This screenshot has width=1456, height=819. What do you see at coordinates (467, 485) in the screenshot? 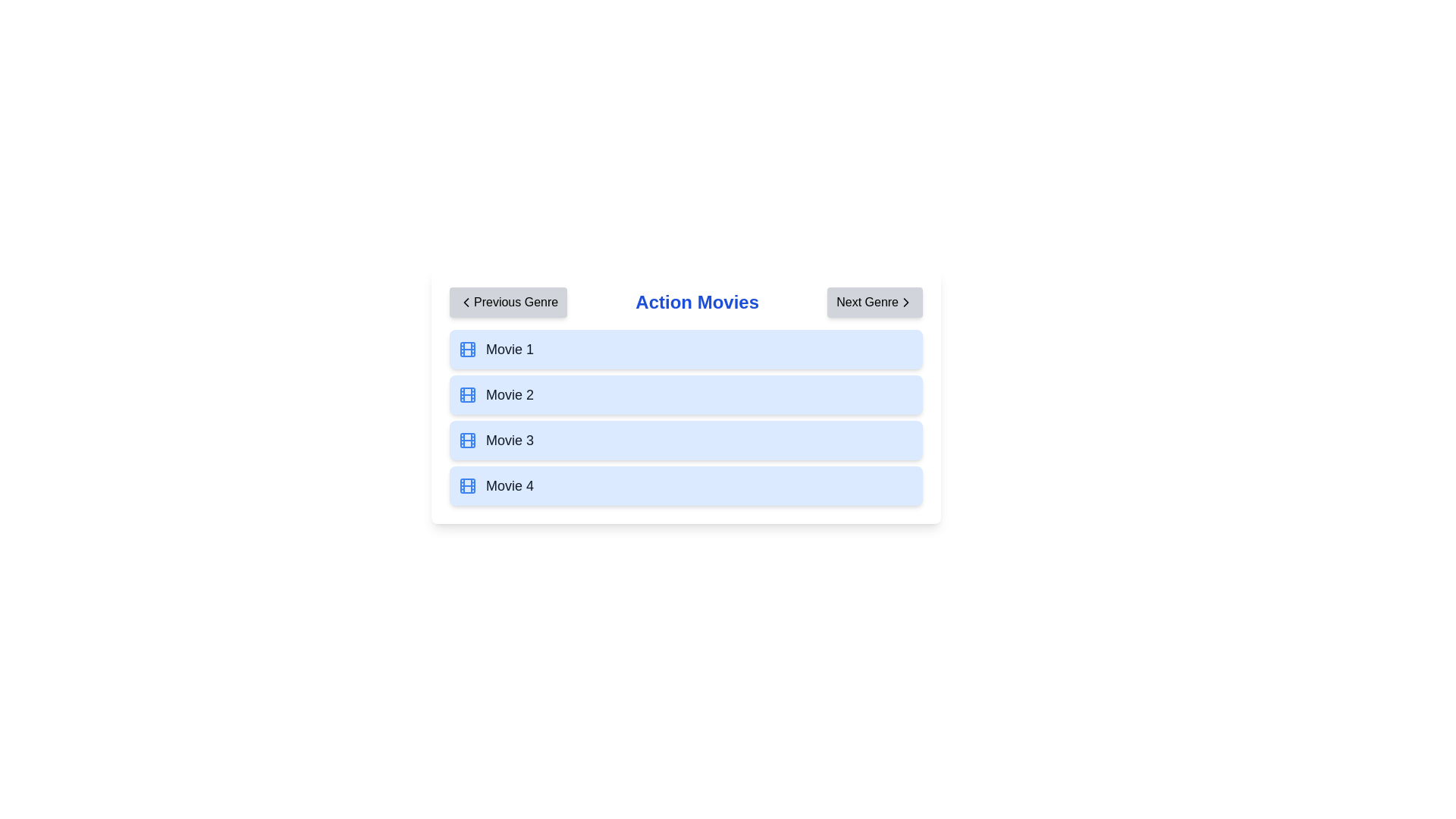
I see `the movie entry icon located in the fourth row of the list, preceding the text labeled 'Movie 4'` at bounding box center [467, 485].